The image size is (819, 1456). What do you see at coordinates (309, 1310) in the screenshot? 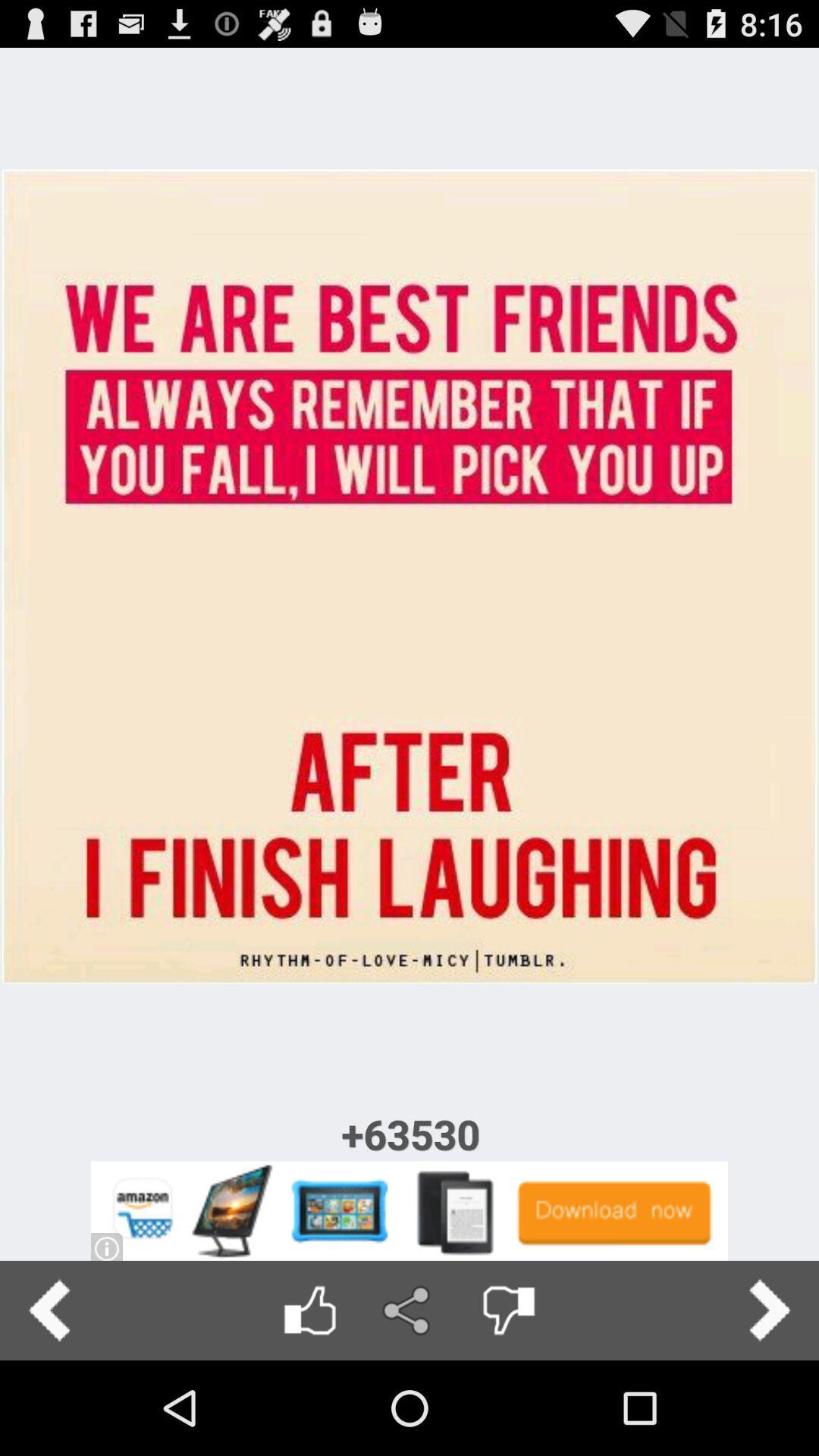
I see `like button` at bounding box center [309, 1310].